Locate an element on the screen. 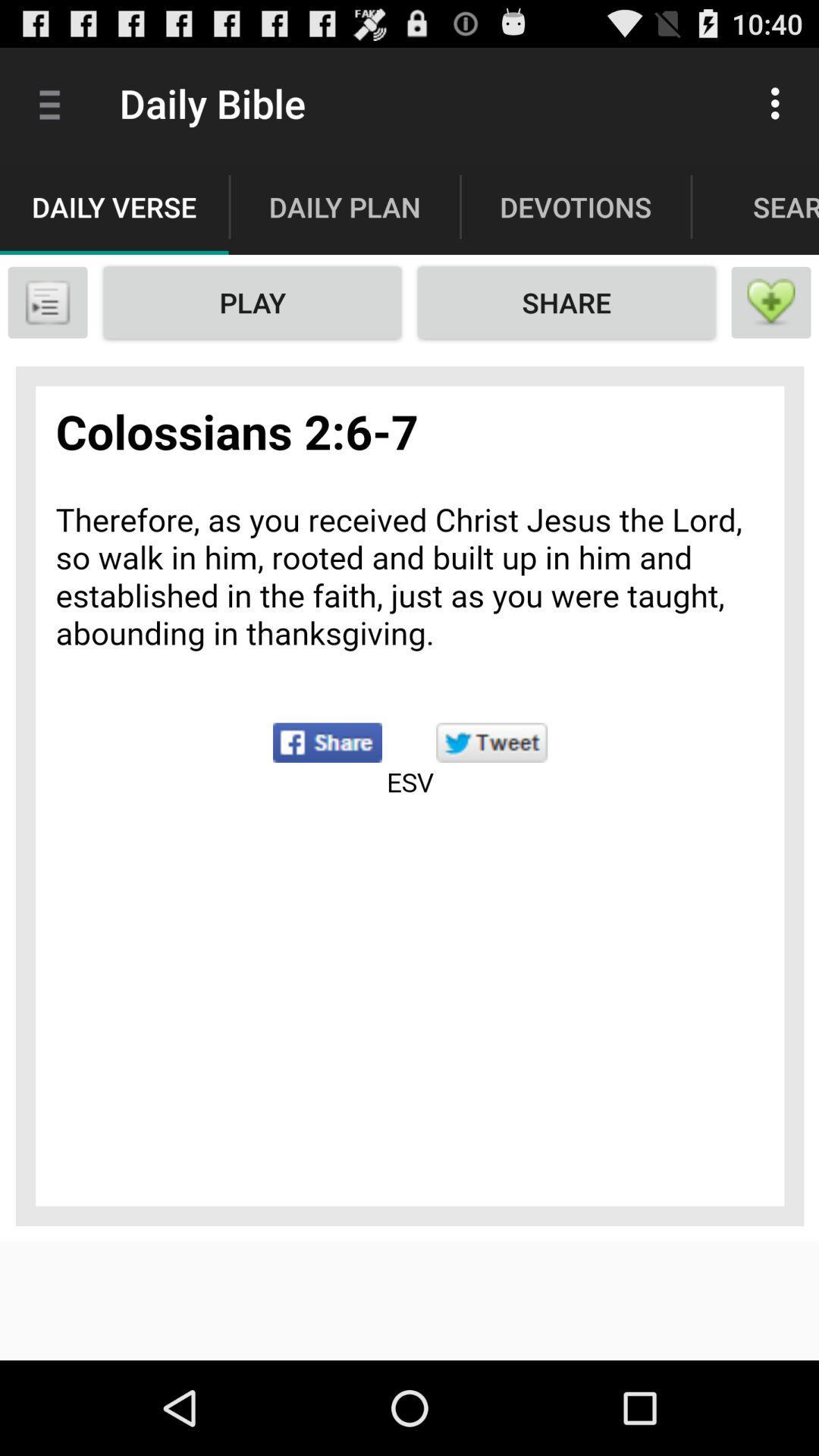  color print is located at coordinates (409, 795).